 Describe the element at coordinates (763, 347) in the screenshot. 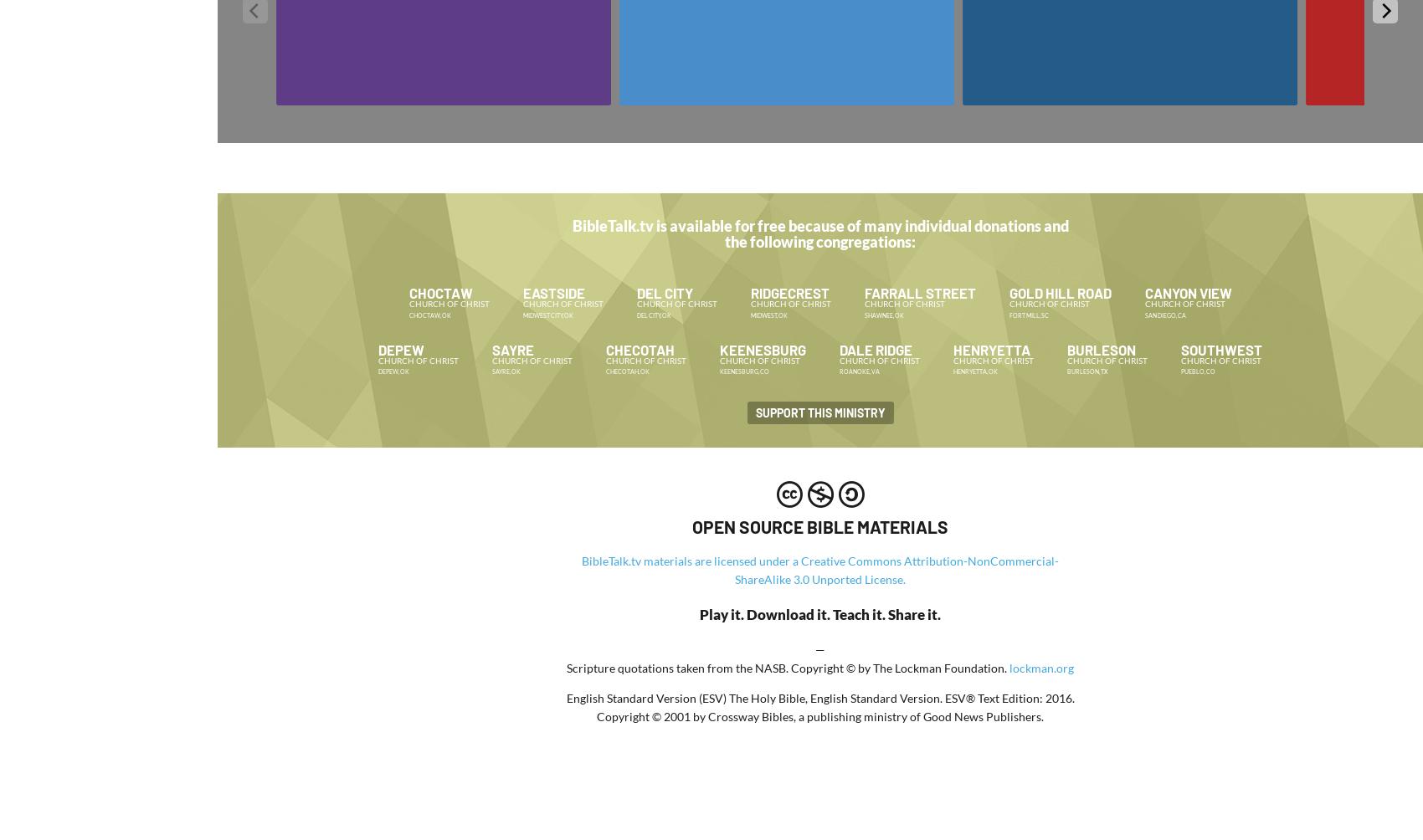

I see `'Keenesburg'` at that location.